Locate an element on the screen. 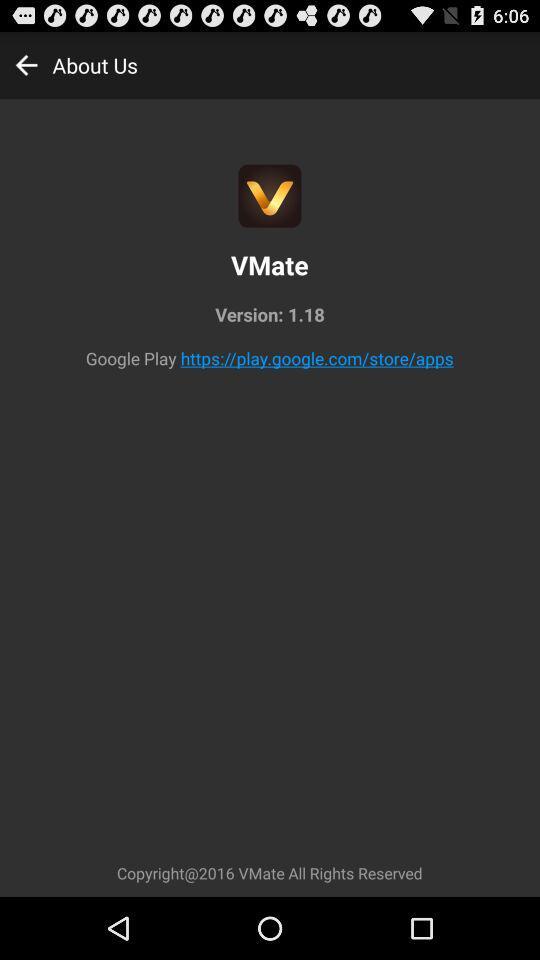 The width and height of the screenshot is (540, 960). item above the copyright 2016 vmate icon is located at coordinates (317, 358).